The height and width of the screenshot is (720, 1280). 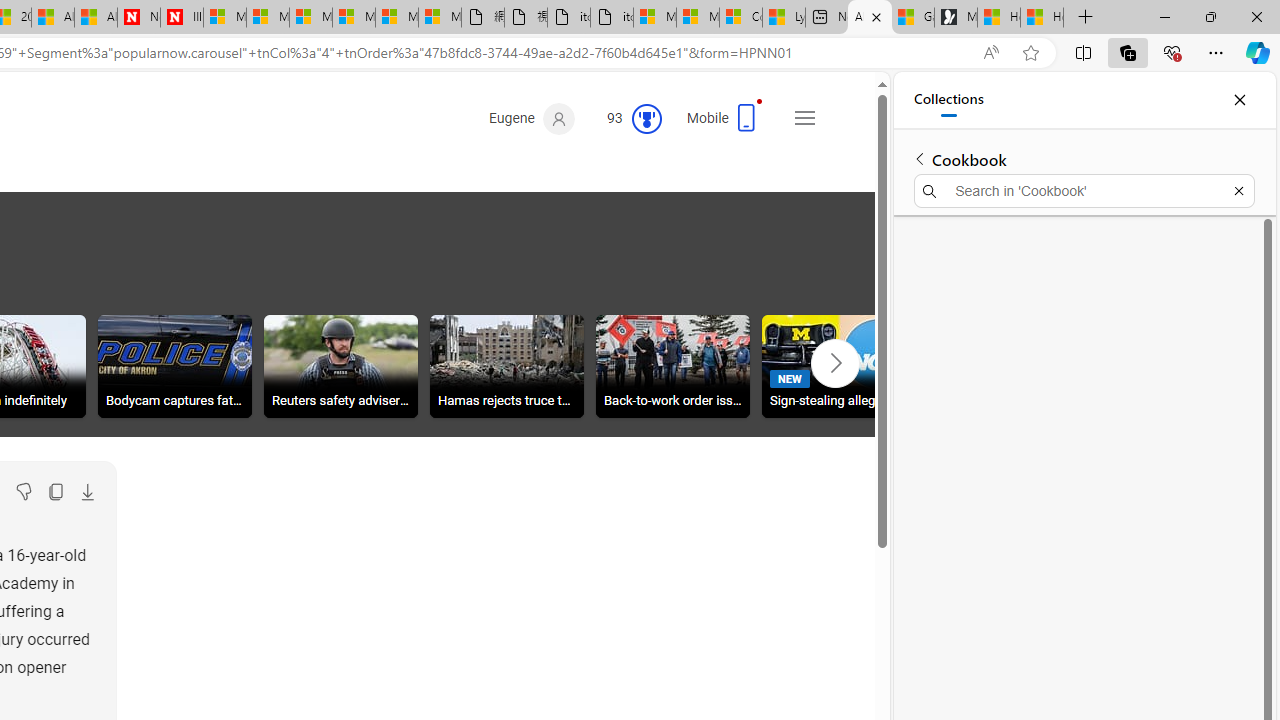 I want to click on 'Consumer Health Data Privacy Policy', so click(x=739, y=17).